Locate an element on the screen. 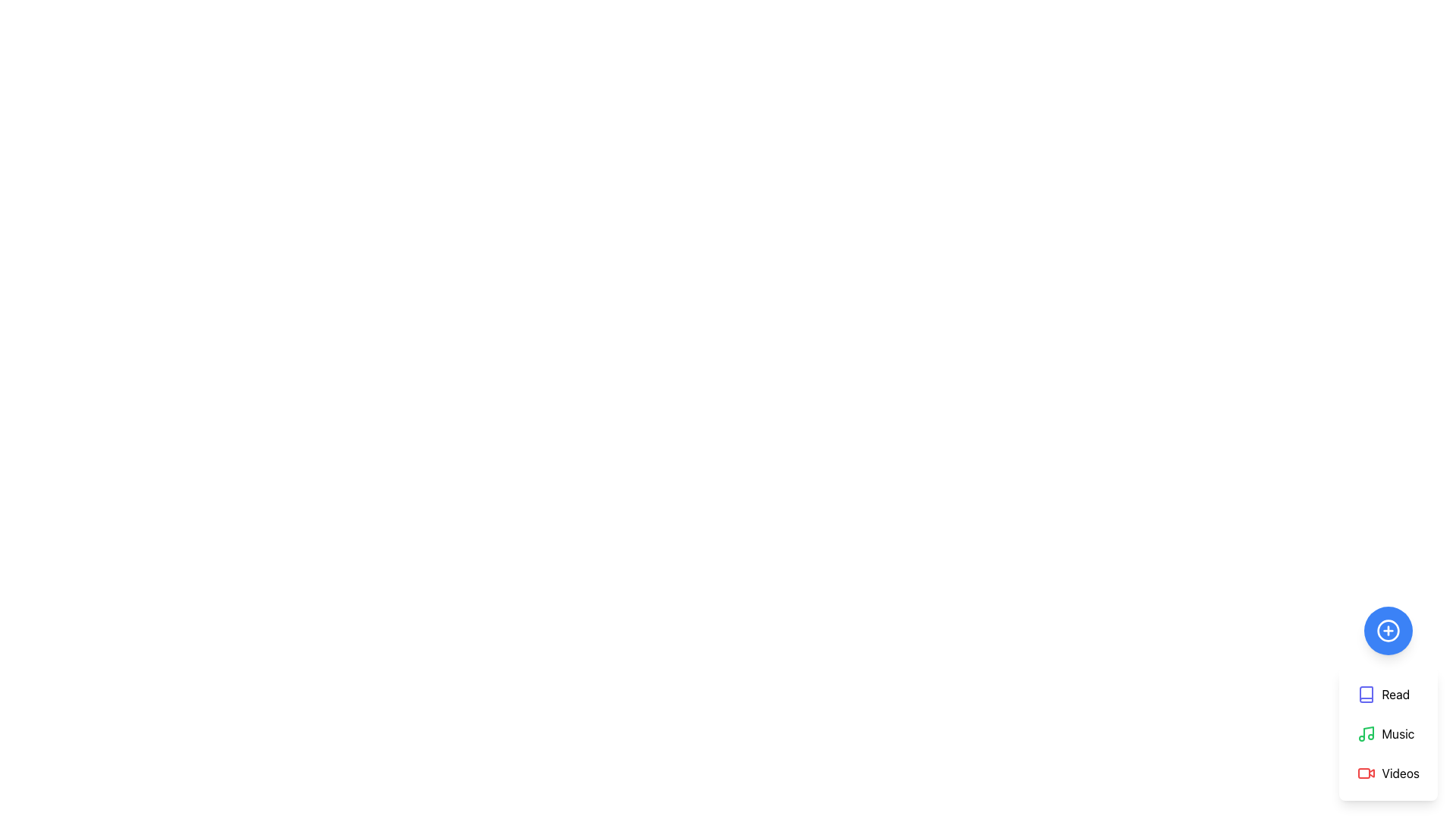  the Interactive menu entry labeled 'Music' is located at coordinates (1389, 733).